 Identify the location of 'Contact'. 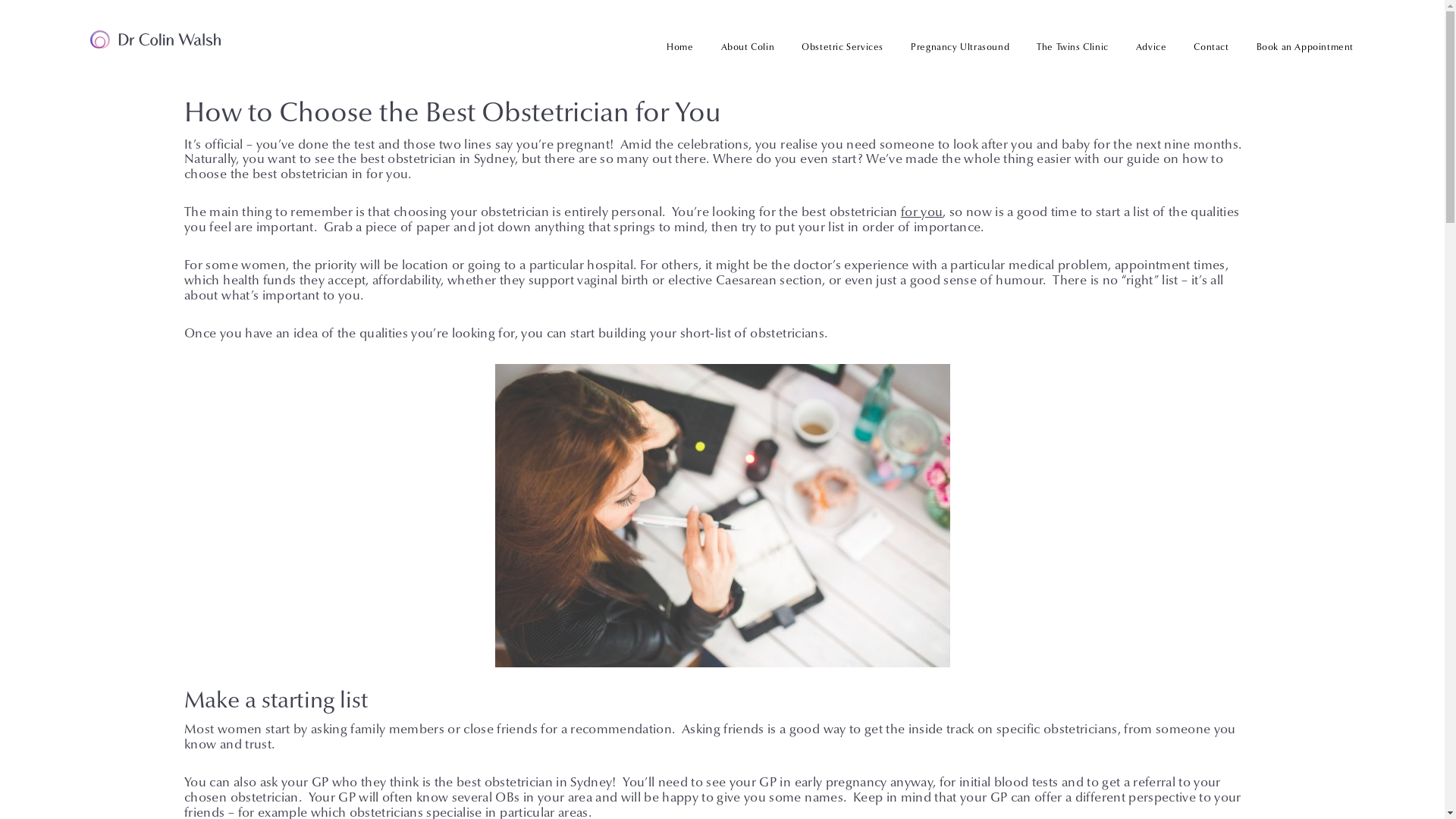
(1178, 46).